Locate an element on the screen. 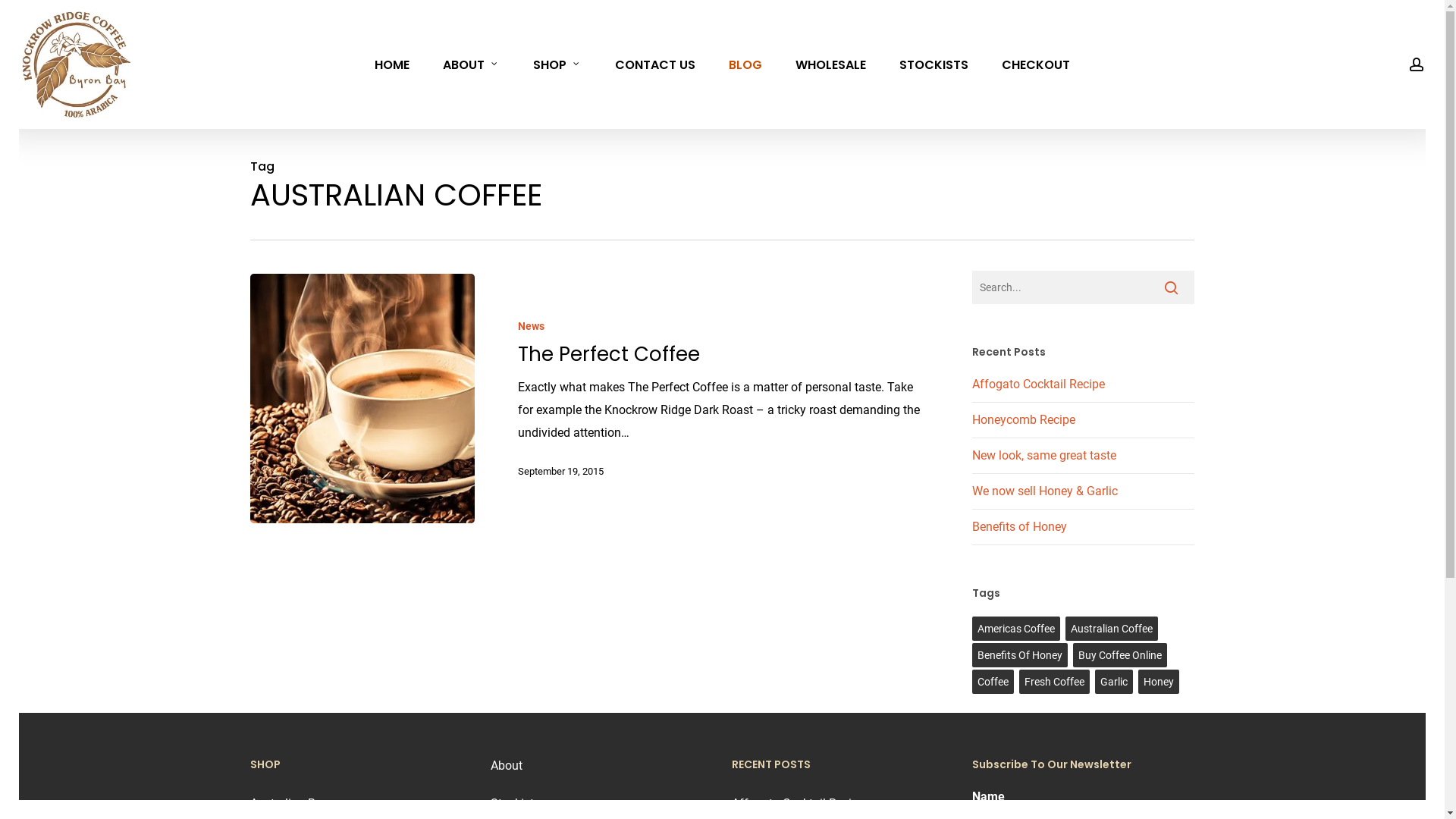 This screenshot has height=819, width=1456. 'Affogato Cocktail Recipe' is located at coordinates (797, 802).